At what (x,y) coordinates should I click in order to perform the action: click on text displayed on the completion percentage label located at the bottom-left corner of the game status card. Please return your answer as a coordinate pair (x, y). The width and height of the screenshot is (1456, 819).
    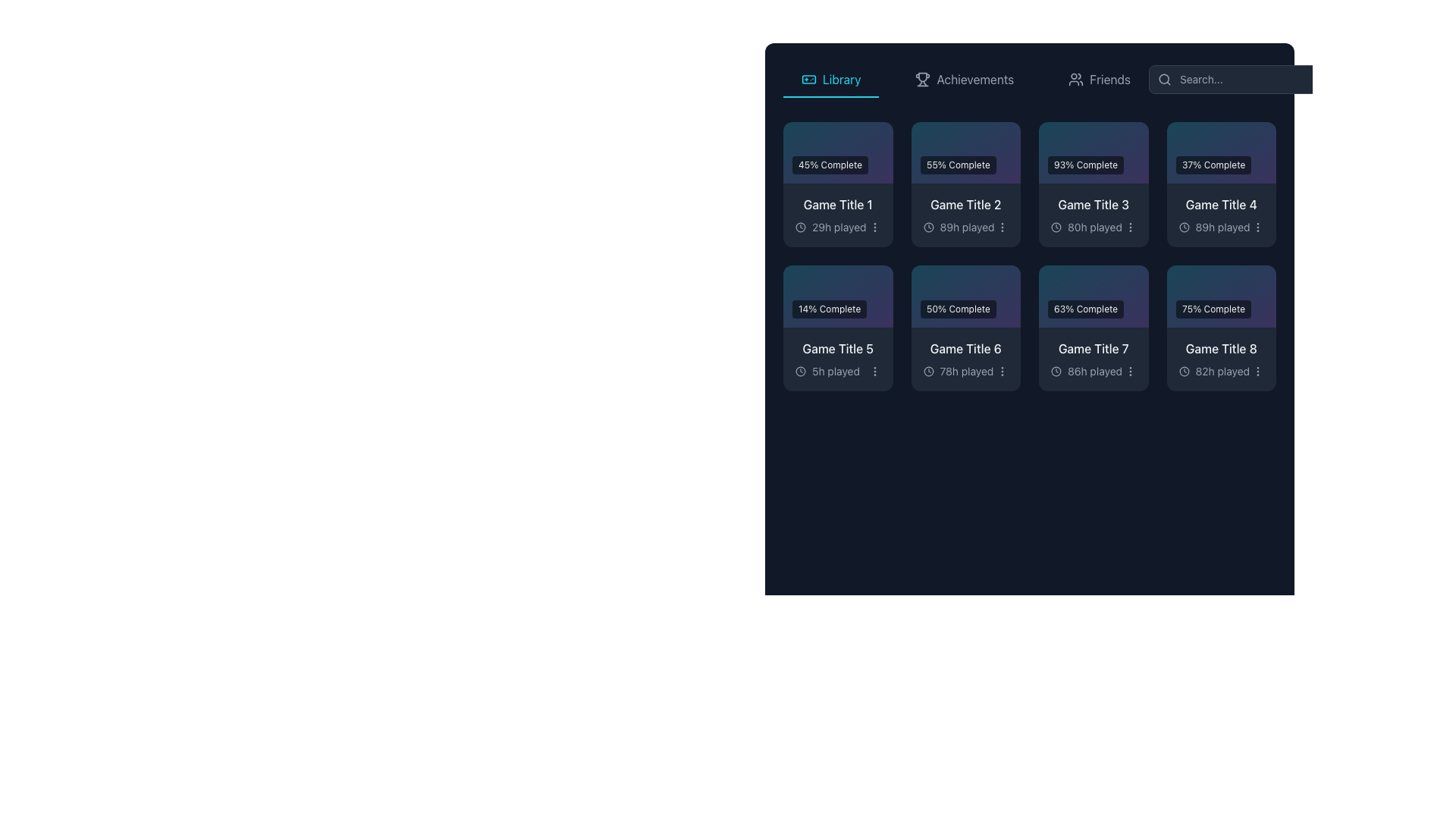
    Looking at the image, I should click on (1085, 165).